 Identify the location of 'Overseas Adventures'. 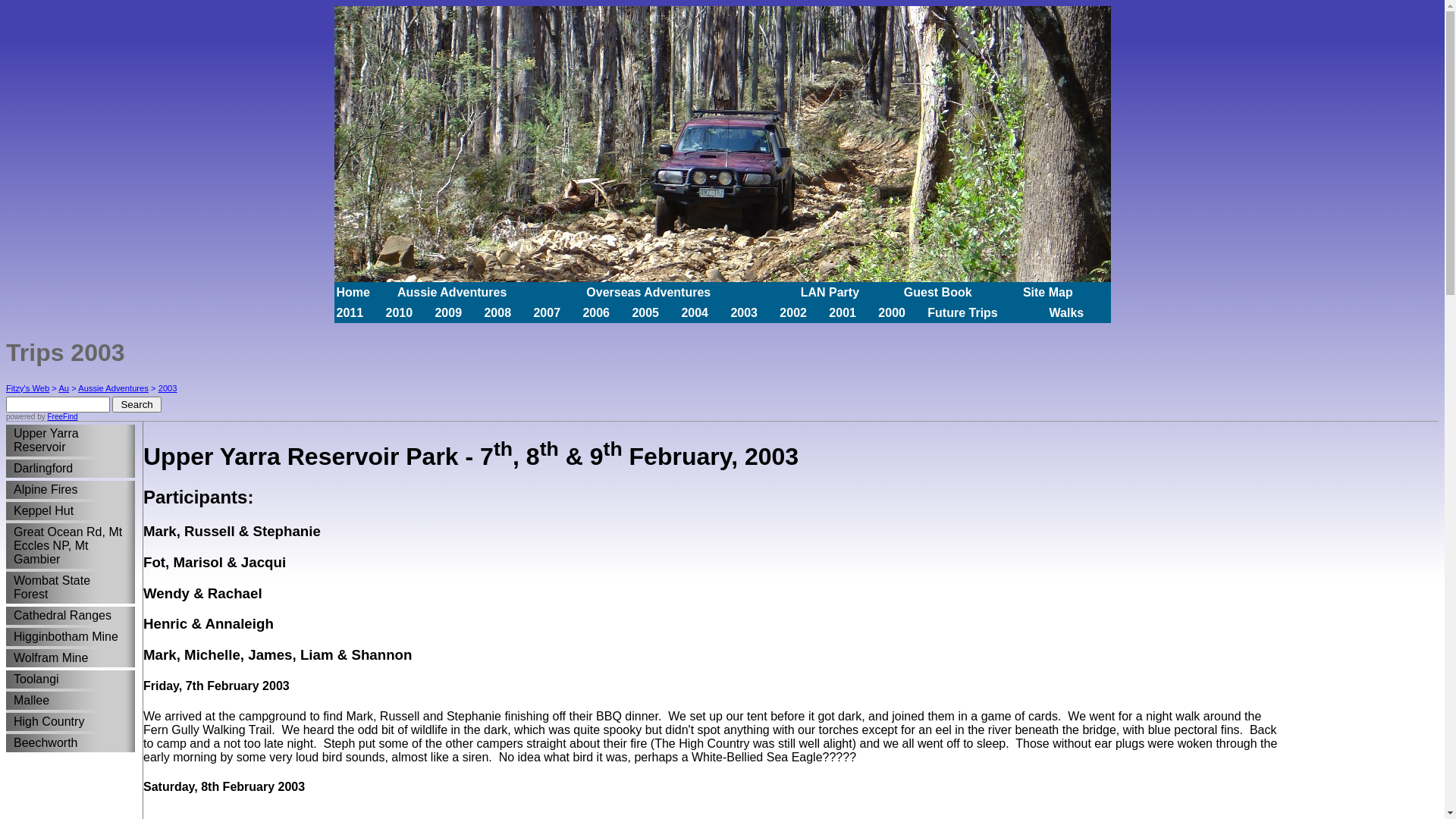
(648, 291).